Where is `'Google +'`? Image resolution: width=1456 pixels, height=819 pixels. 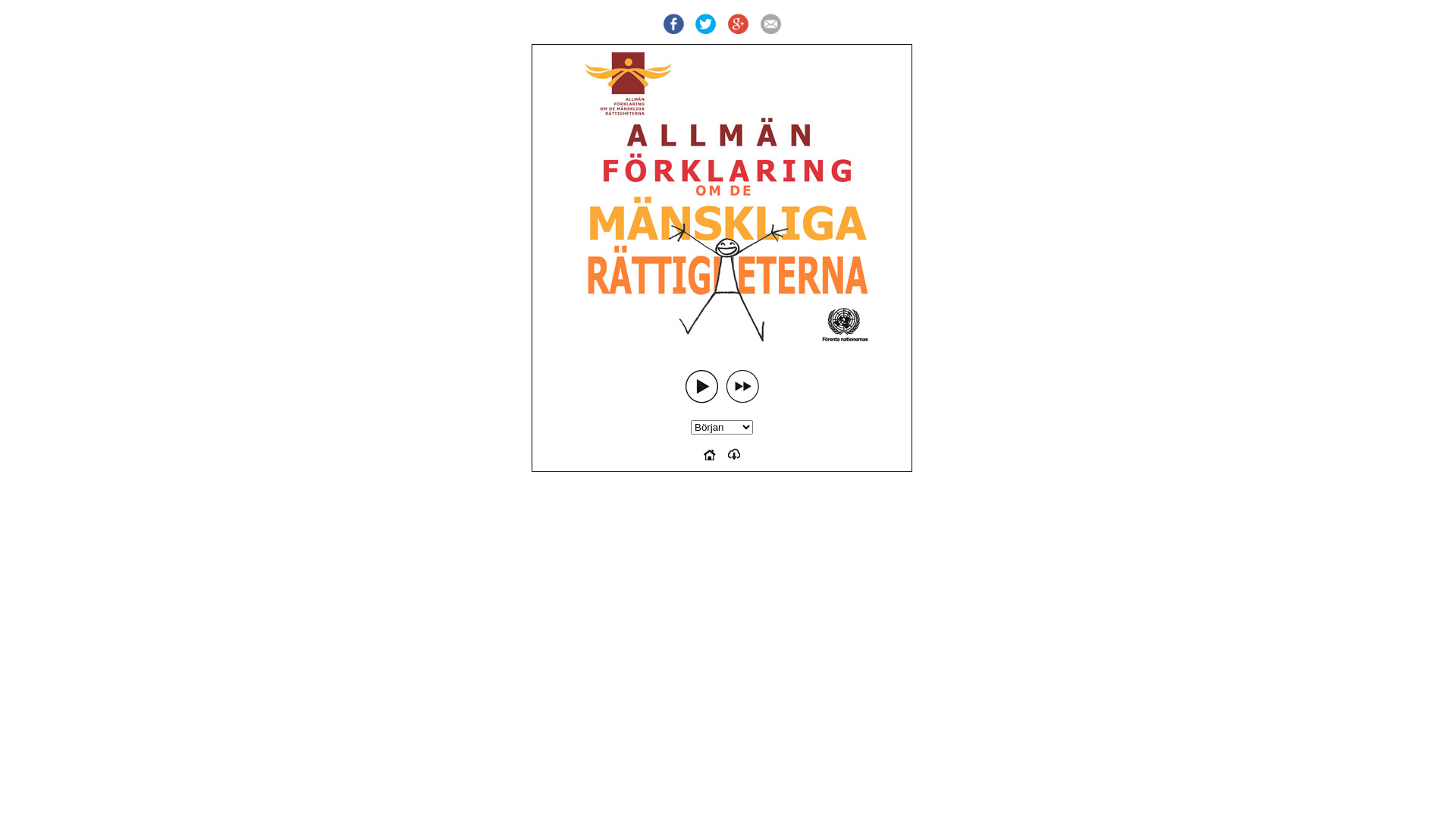
'Google +' is located at coordinates (738, 24).